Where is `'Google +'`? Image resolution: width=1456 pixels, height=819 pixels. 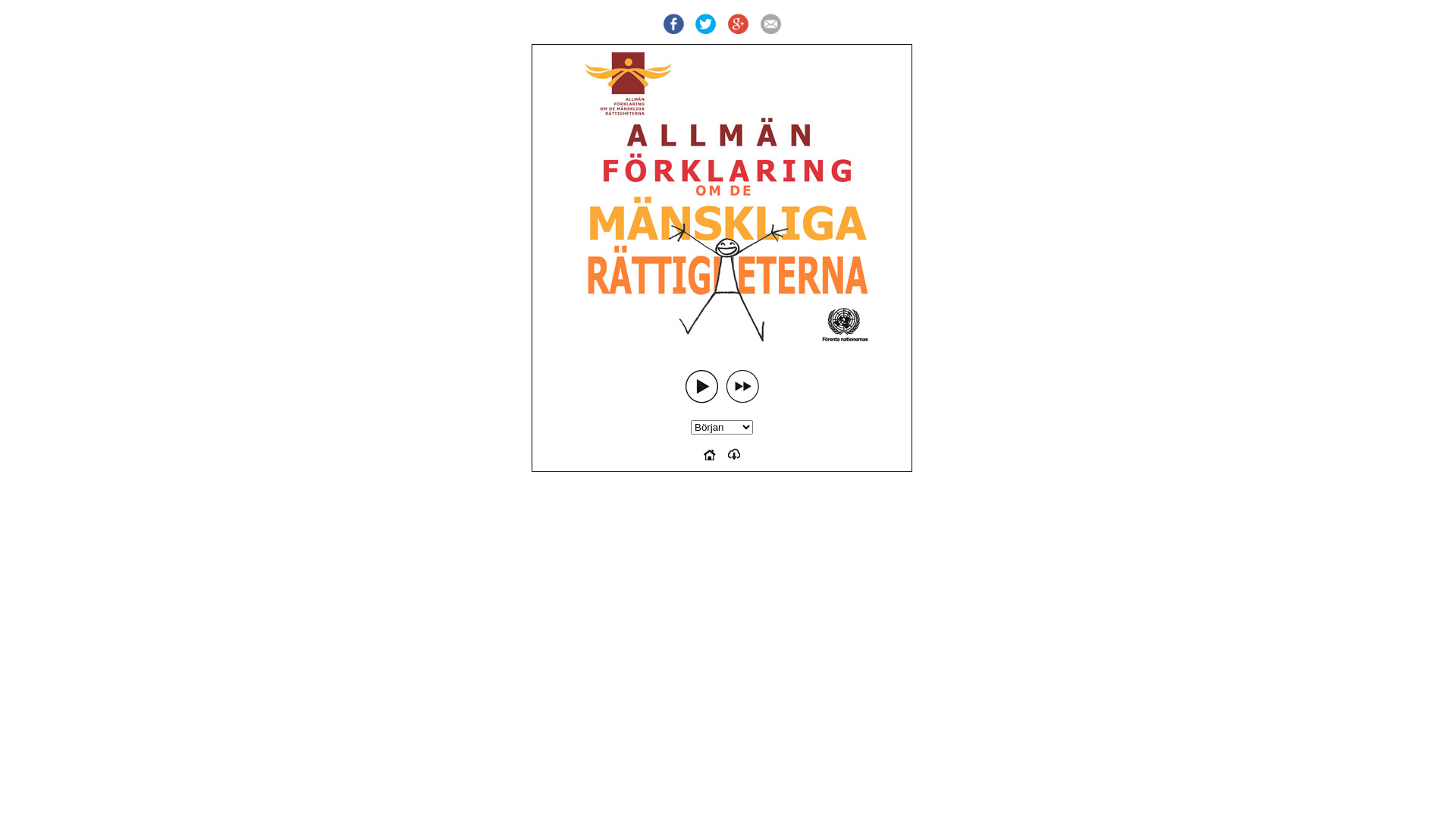
'Google +' is located at coordinates (738, 24).